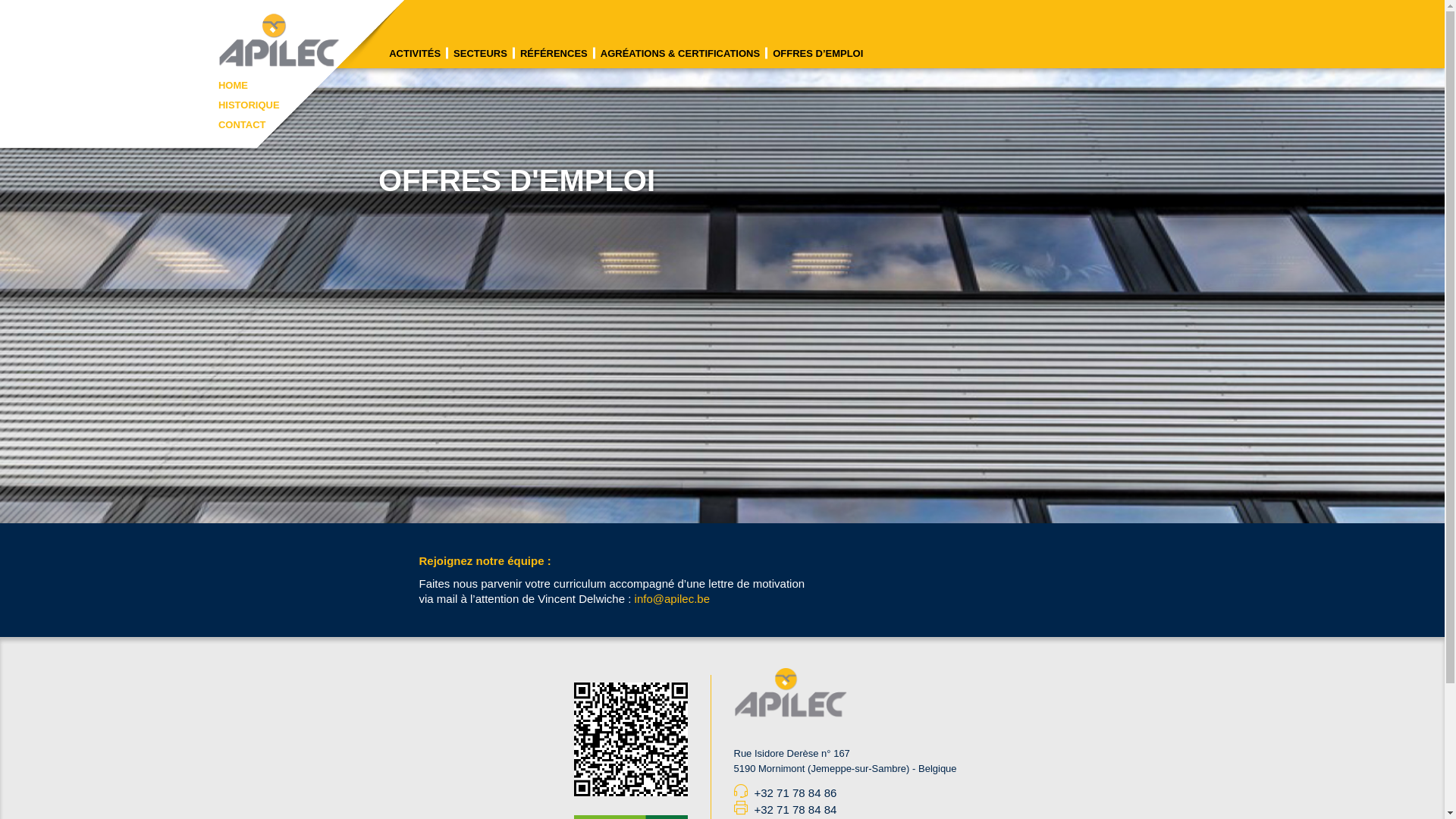 This screenshot has width=1456, height=819. I want to click on 'SECTEURS', so click(447, 52).